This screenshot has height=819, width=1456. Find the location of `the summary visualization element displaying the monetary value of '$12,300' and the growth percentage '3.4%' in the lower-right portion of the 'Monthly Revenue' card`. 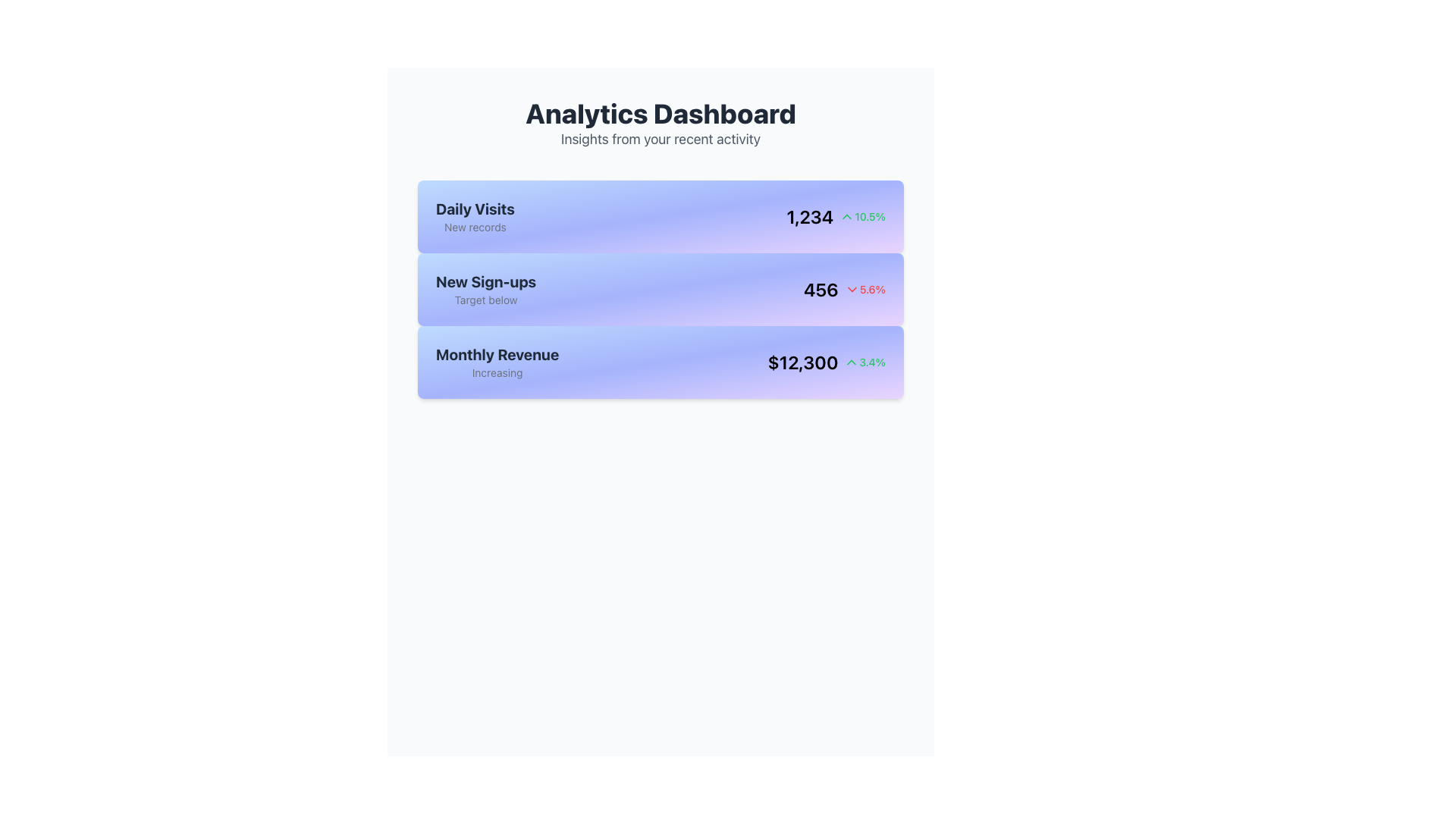

the summary visualization element displaying the monetary value of '$12,300' and the growth percentage '3.4%' in the lower-right portion of the 'Monthly Revenue' card is located at coordinates (826, 362).